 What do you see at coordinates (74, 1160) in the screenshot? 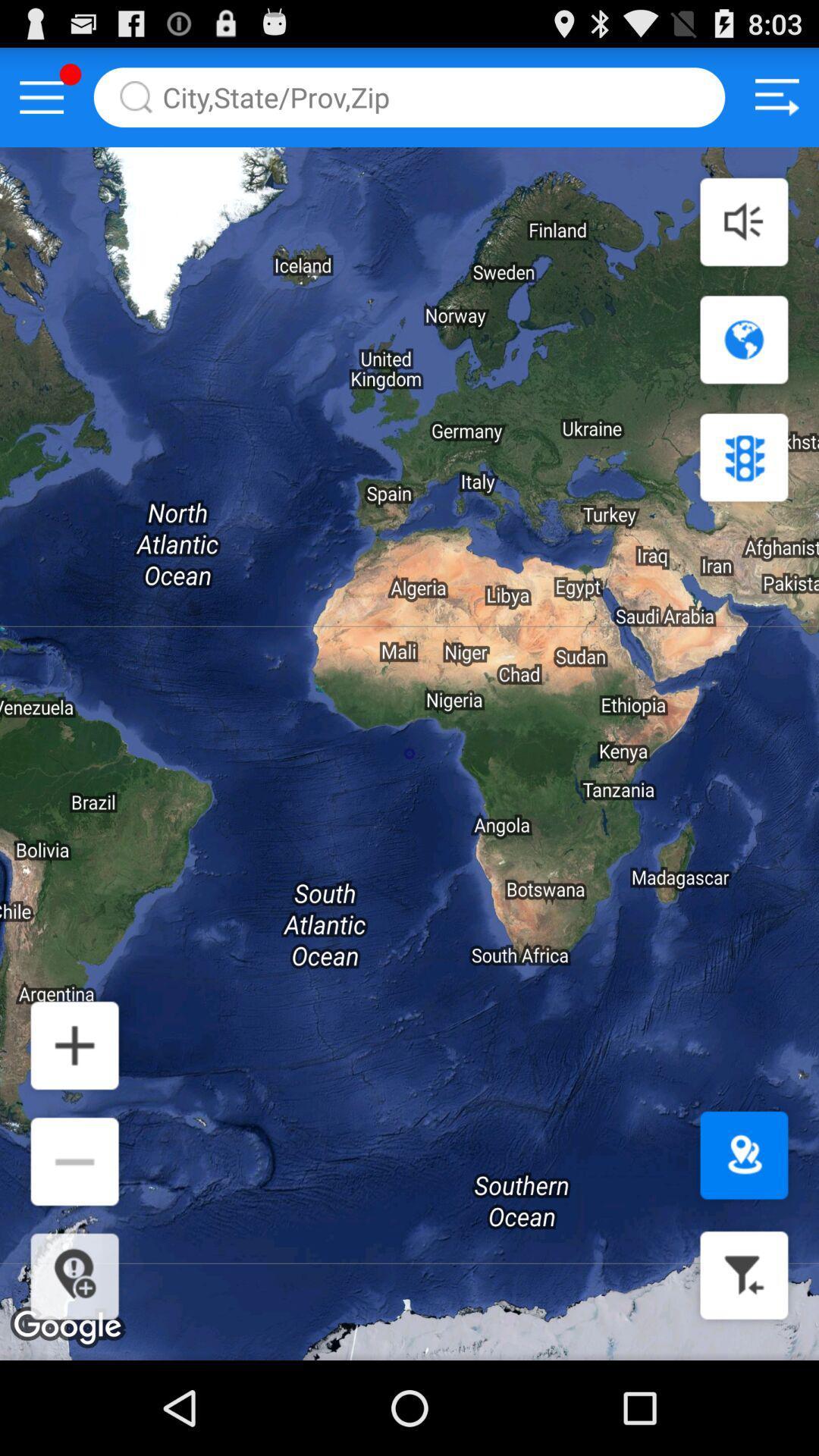
I see `zoom out map` at bounding box center [74, 1160].